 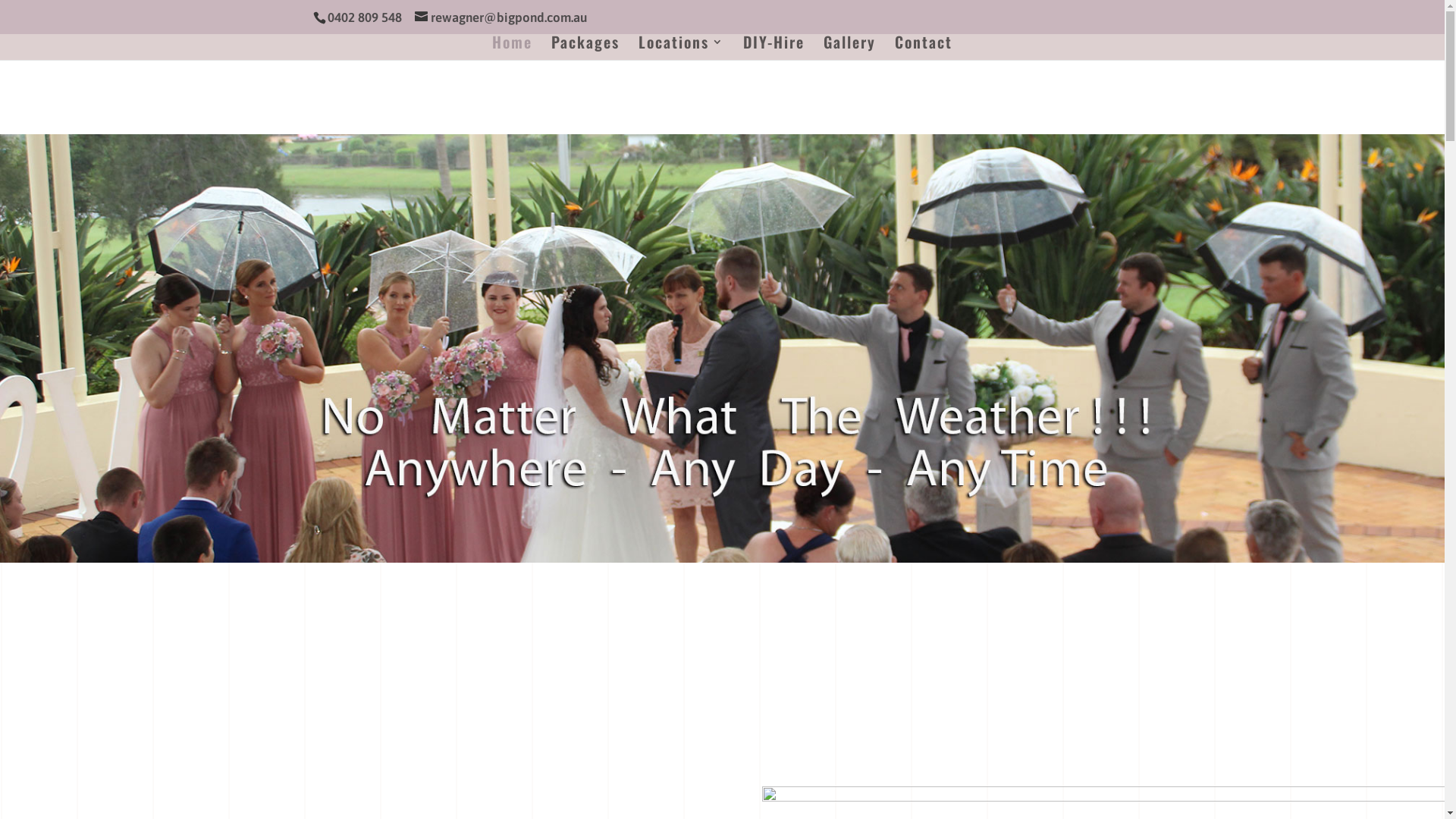 I want to click on 'Packages', so click(x=585, y=47).